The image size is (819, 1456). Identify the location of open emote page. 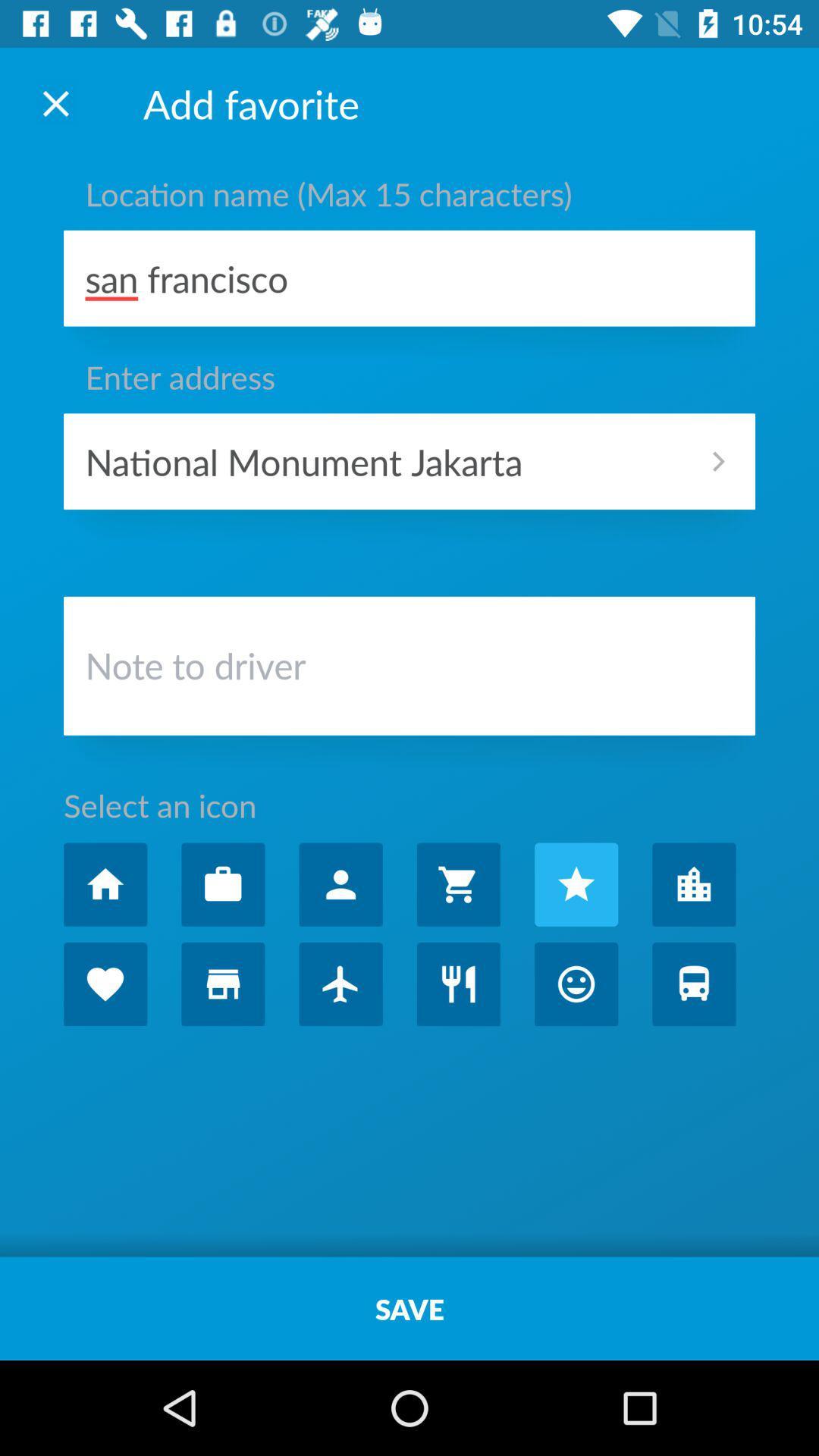
(576, 984).